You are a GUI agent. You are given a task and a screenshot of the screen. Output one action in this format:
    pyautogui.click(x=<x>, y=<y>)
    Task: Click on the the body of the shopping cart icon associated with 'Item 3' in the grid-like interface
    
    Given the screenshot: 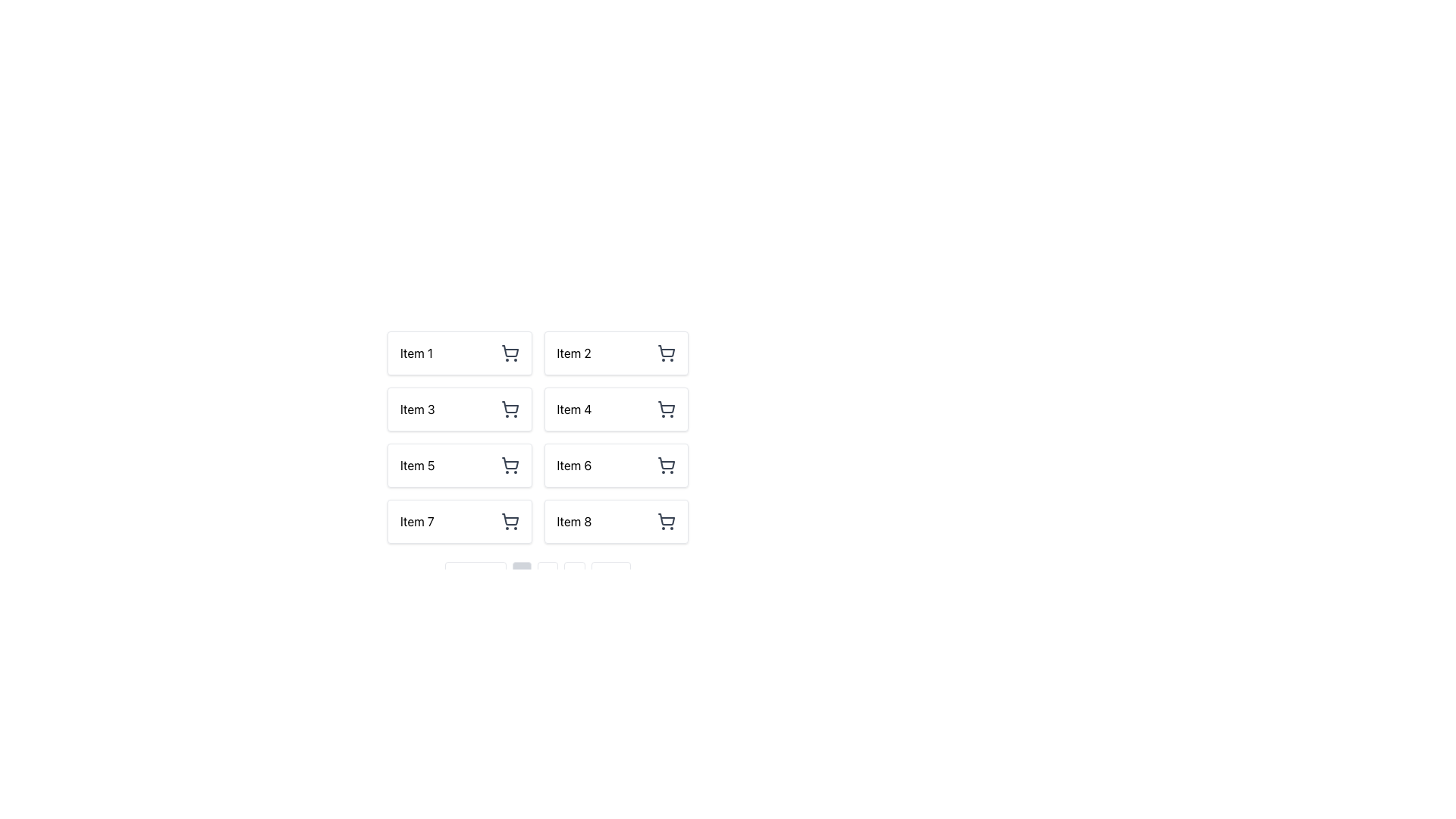 What is the action you would take?
    pyautogui.click(x=510, y=406)
    